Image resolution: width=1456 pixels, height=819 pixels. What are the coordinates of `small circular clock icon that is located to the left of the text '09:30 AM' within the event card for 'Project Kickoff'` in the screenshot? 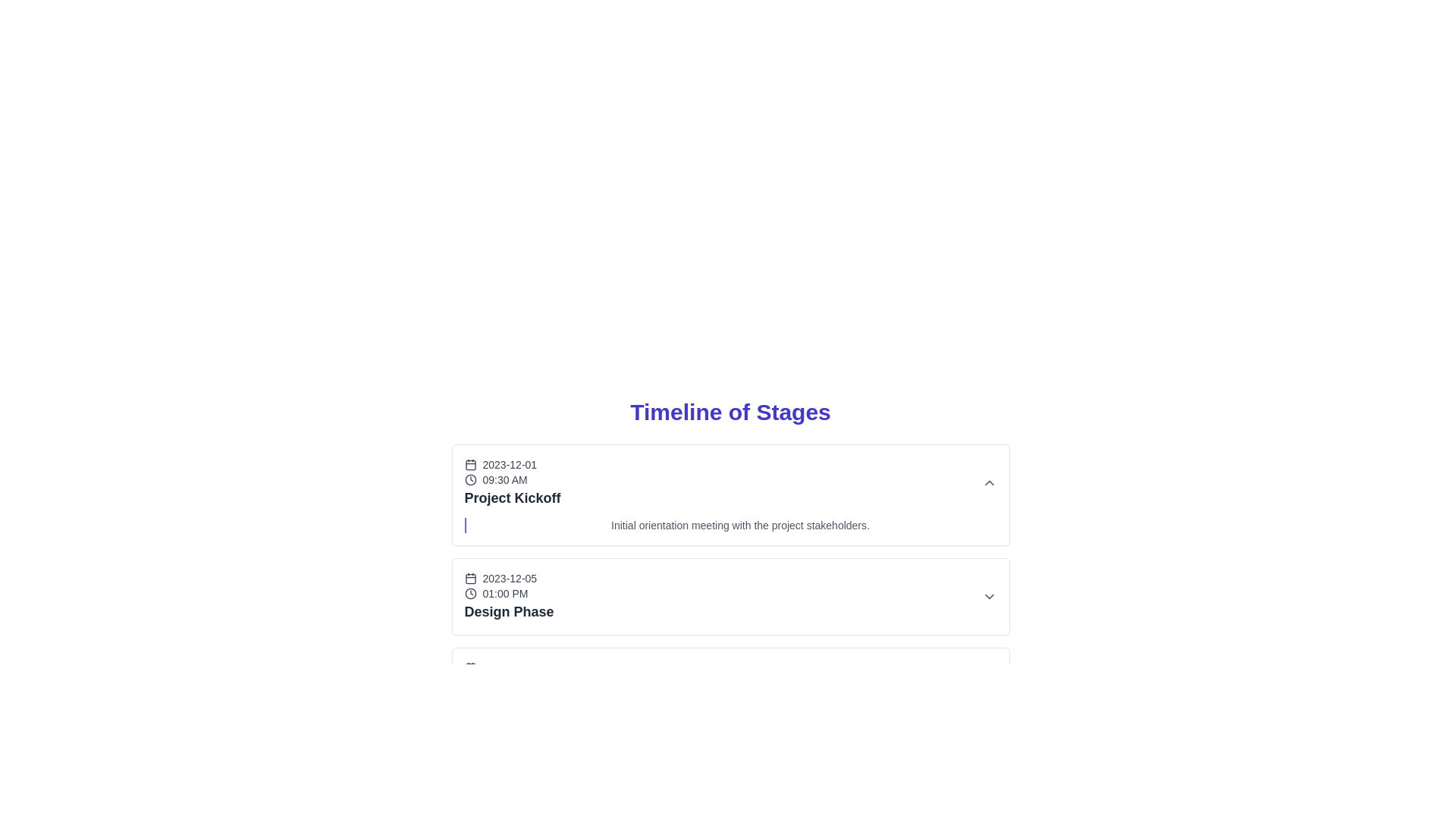 It's located at (469, 479).